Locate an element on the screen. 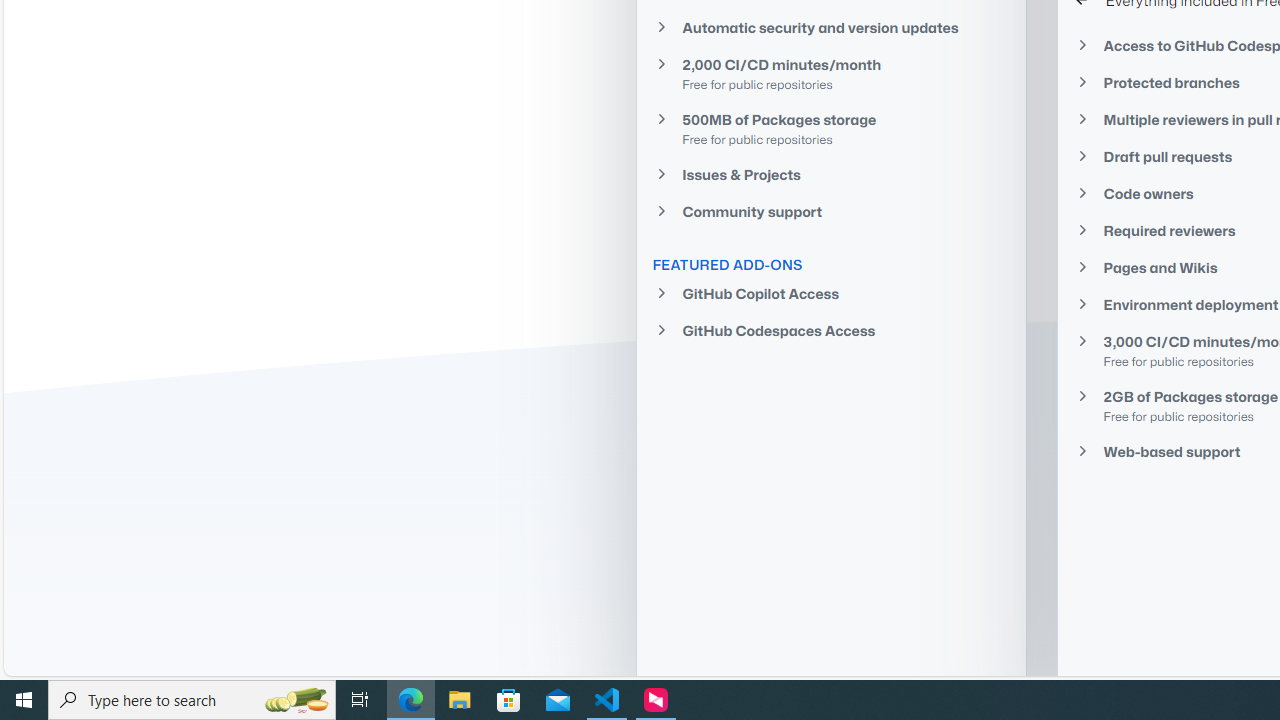 The height and width of the screenshot is (720, 1280). 'GitHub Copilot Access' is located at coordinates (830, 294).